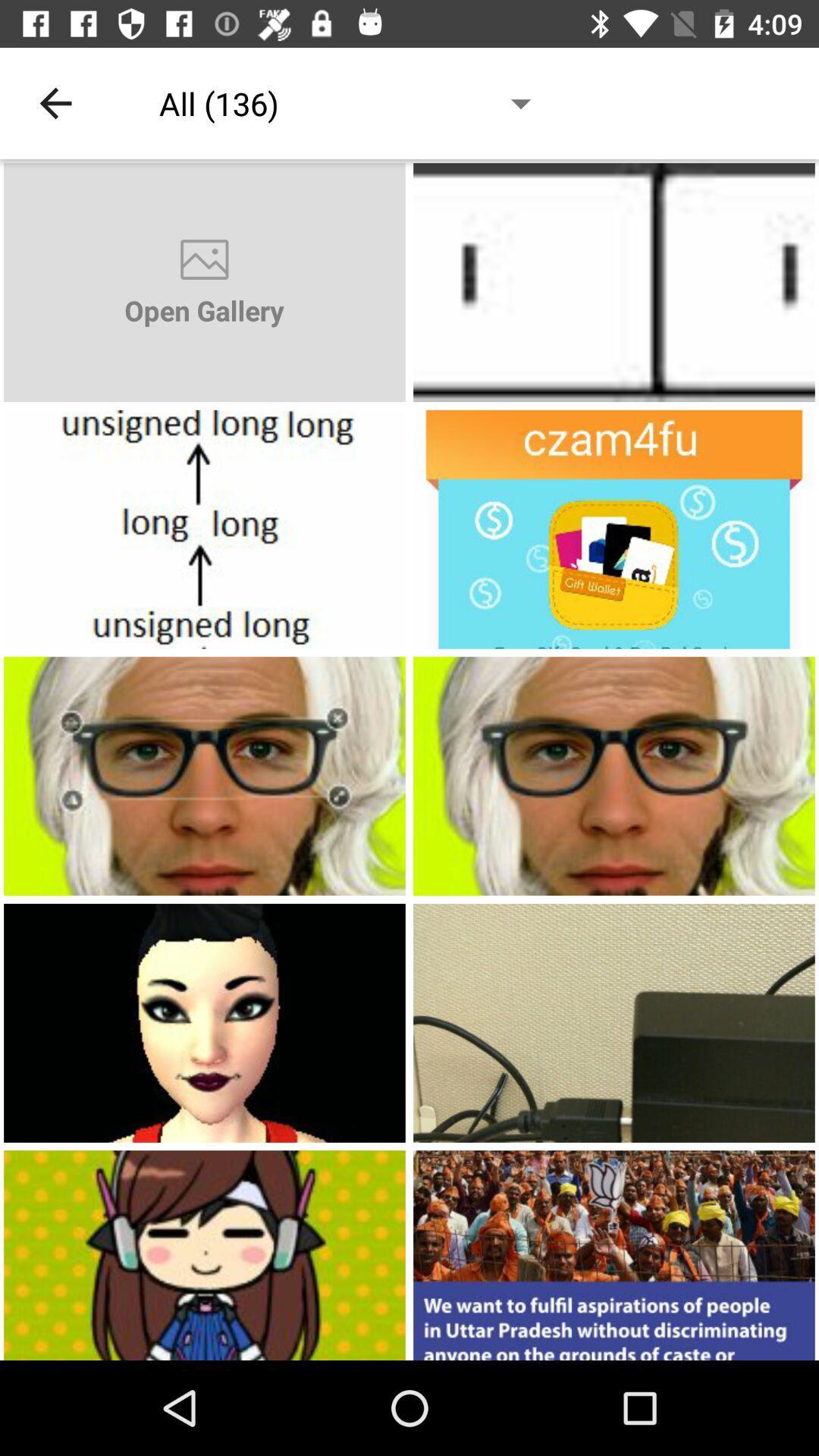 This screenshot has height=1456, width=819. Describe the element at coordinates (614, 282) in the screenshot. I see `opoen images` at that location.